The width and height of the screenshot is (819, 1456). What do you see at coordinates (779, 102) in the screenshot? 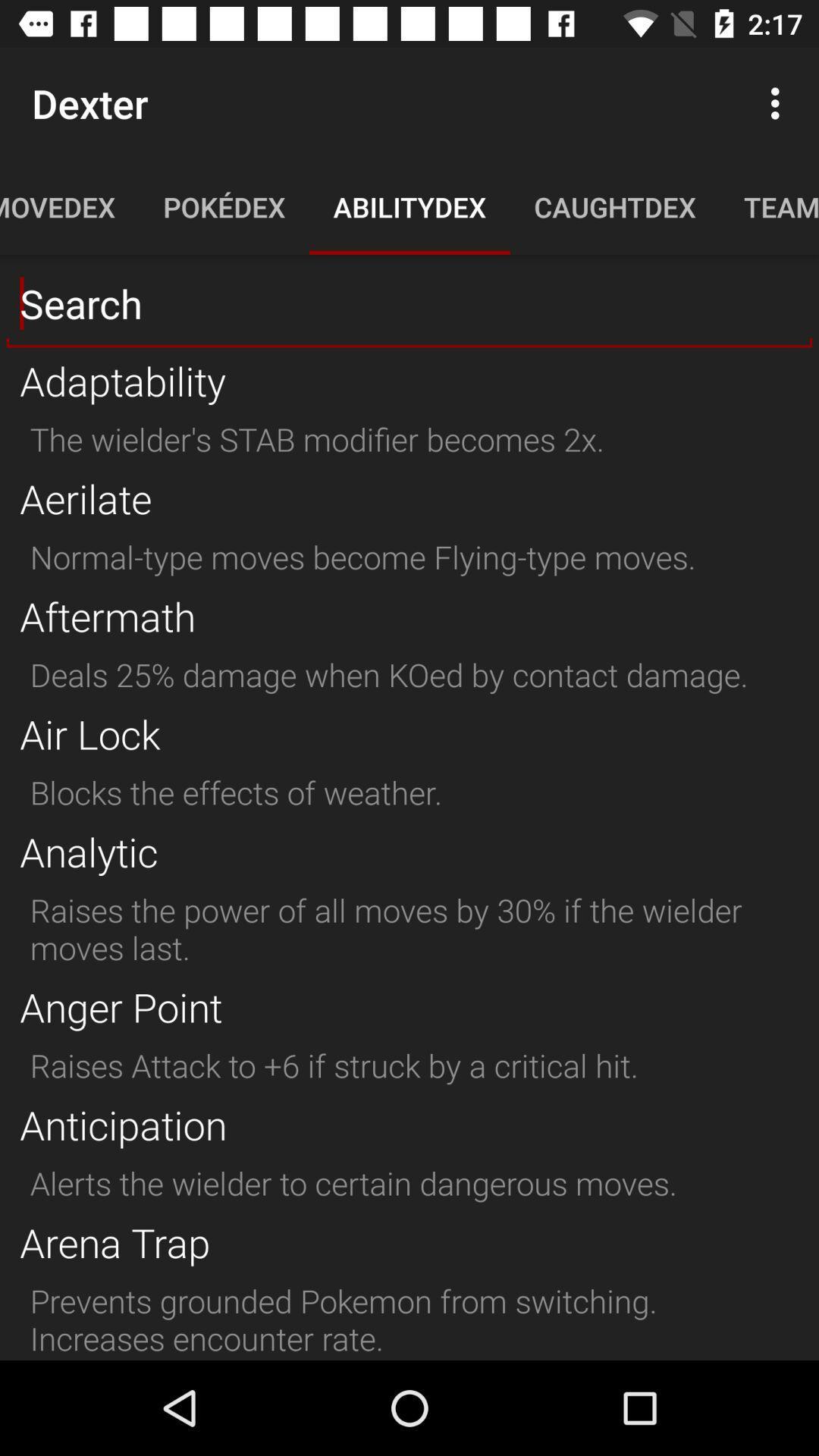
I see `the app next to dexter icon` at bounding box center [779, 102].